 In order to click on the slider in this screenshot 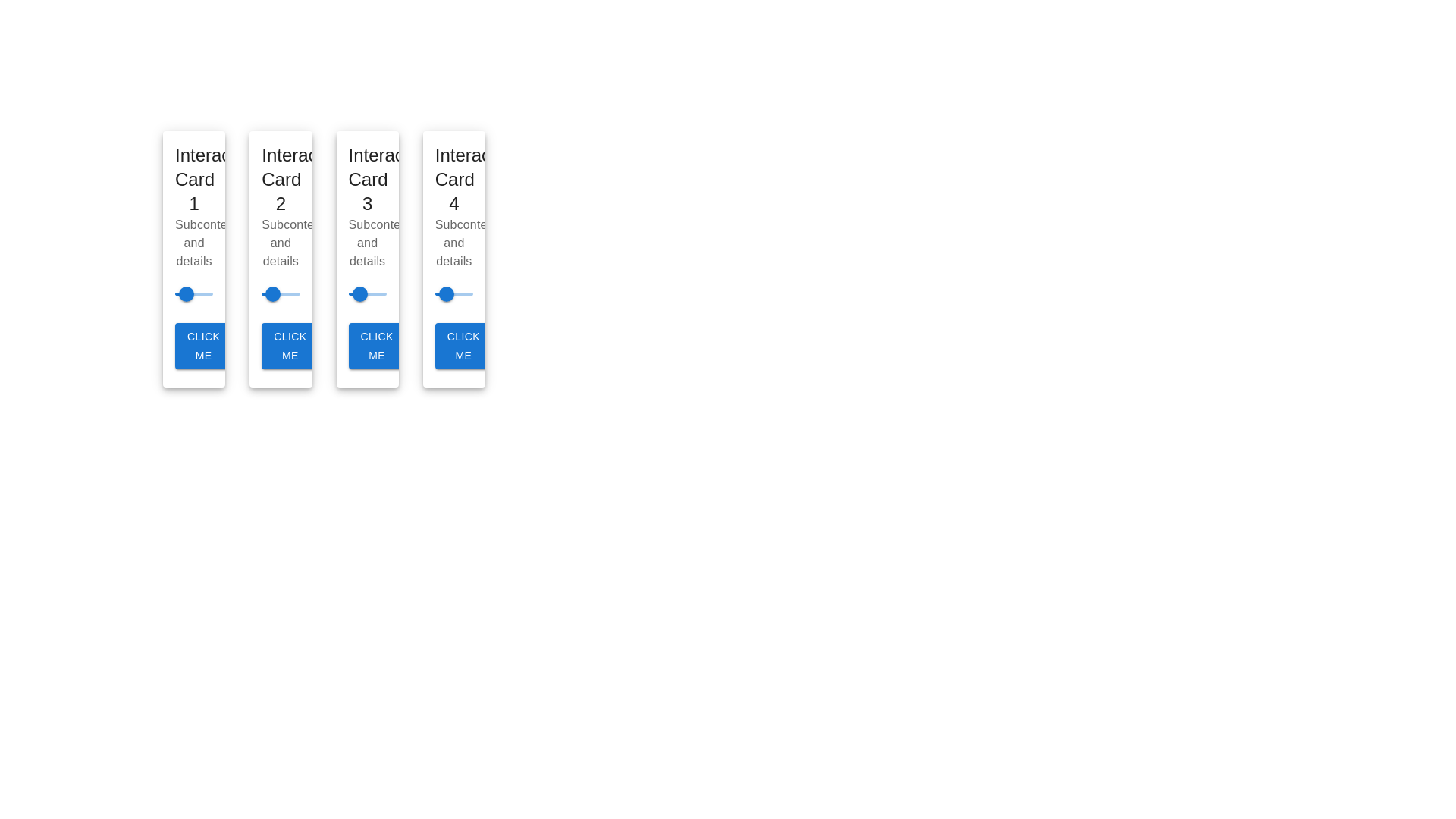, I will do `click(283, 294)`.